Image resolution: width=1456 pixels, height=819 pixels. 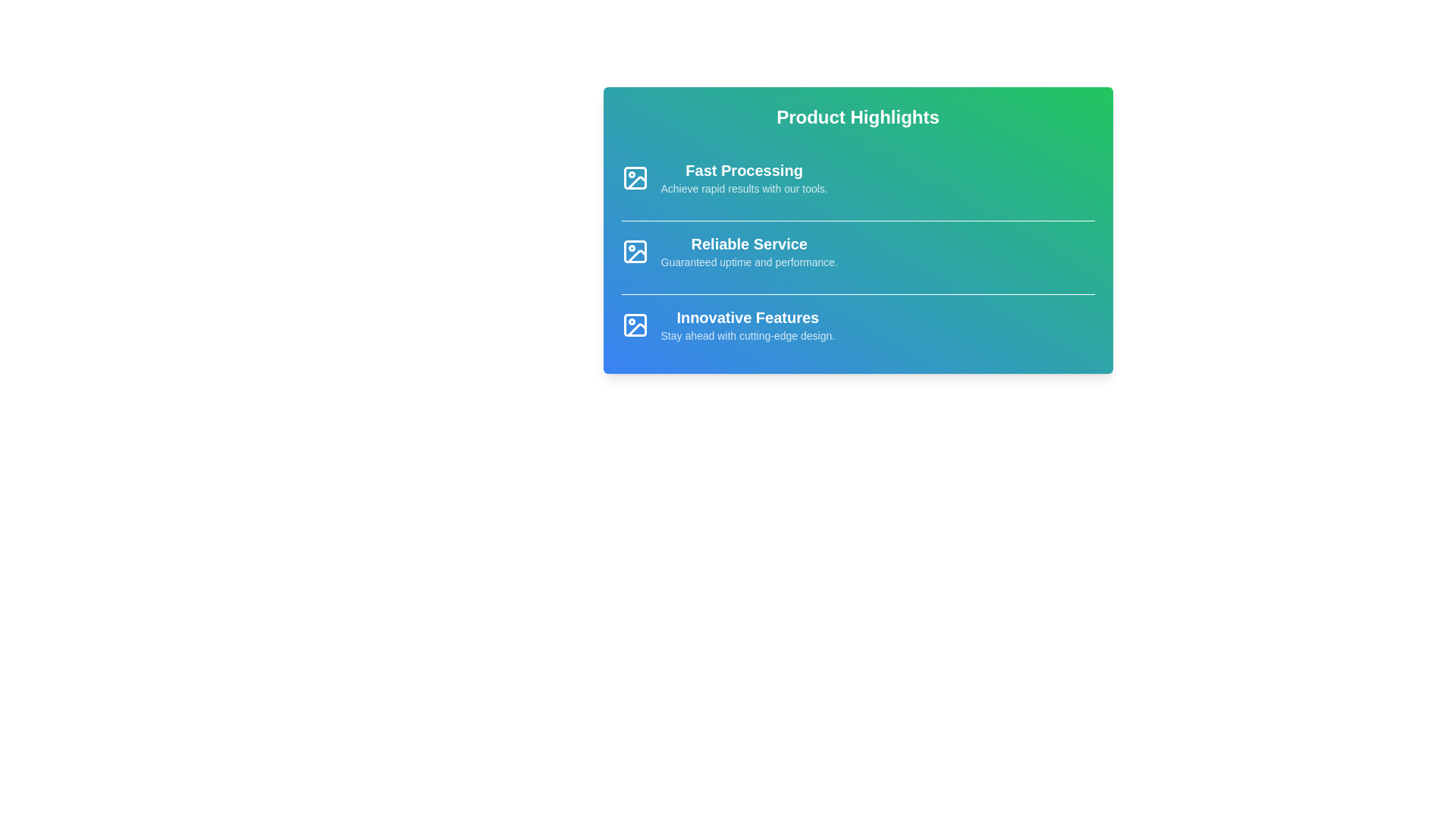 What do you see at coordinates (635, 250) in the screenshot?
I see `the square-shaped icon depicting a mountain and sun, which has a white outline on a blue background, located to the left of the 'Reliable Service' text block` at bounding box center [635, 250].